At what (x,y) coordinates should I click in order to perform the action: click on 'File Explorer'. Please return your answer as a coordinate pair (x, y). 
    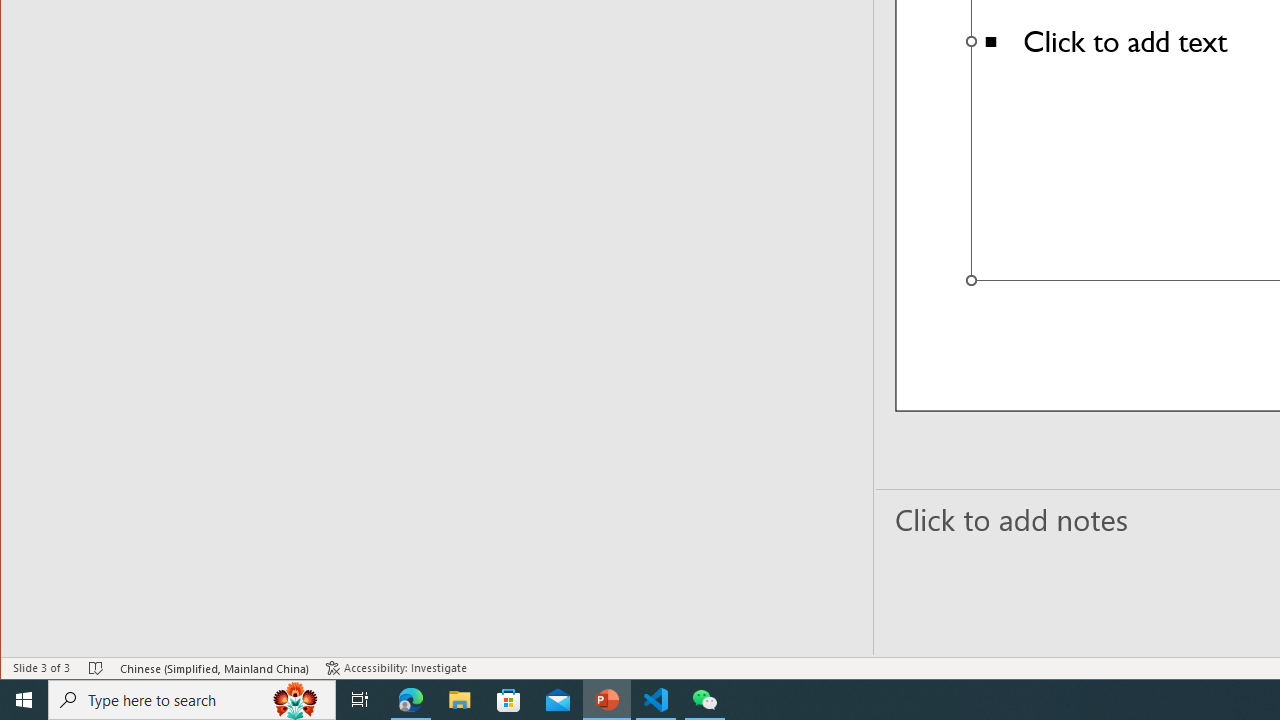
    Looking at the image, I should click on (459, 698).